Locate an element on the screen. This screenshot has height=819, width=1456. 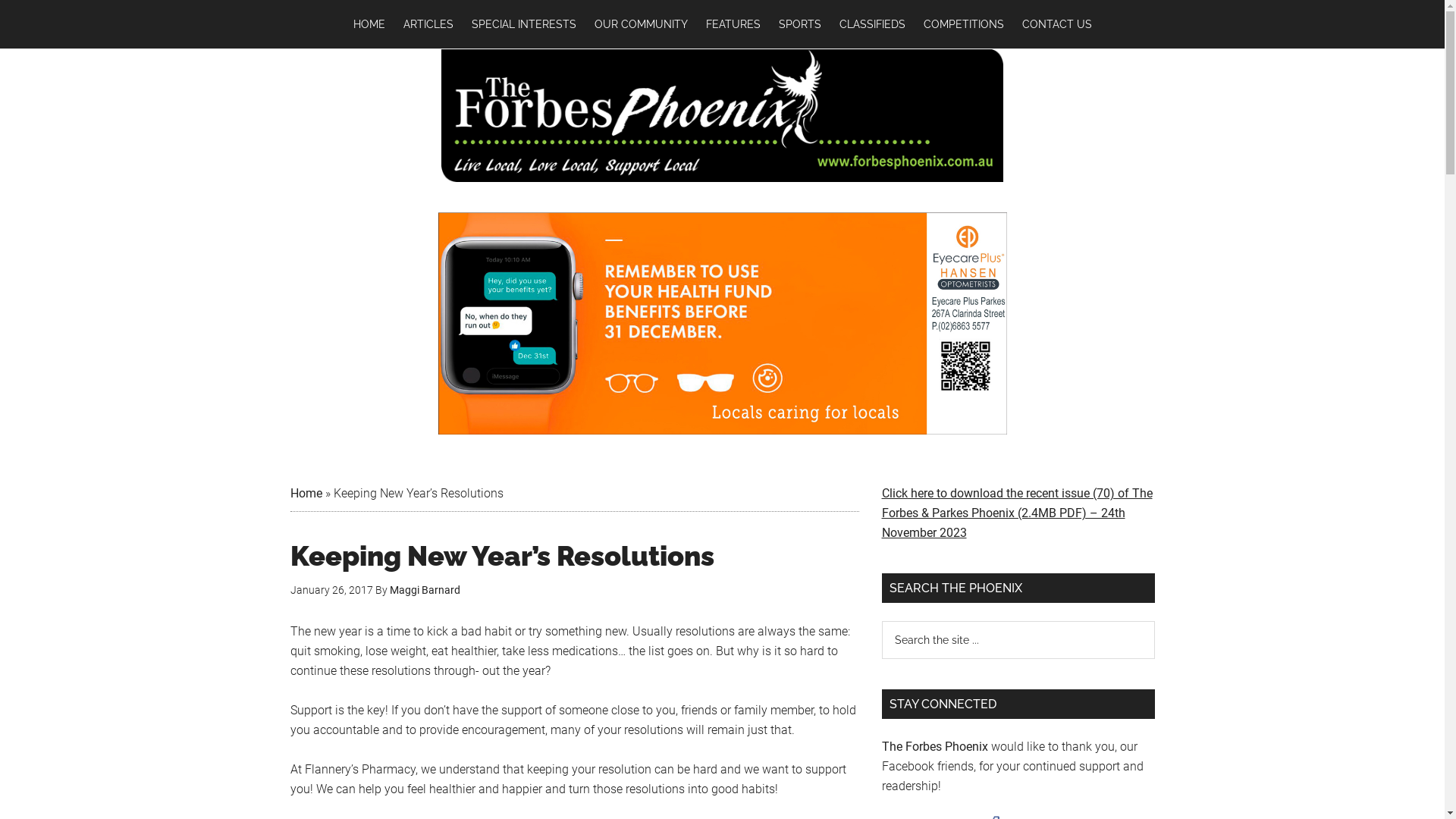
'SPECIAL INTERESTS' is located at coordinates (524, 24).